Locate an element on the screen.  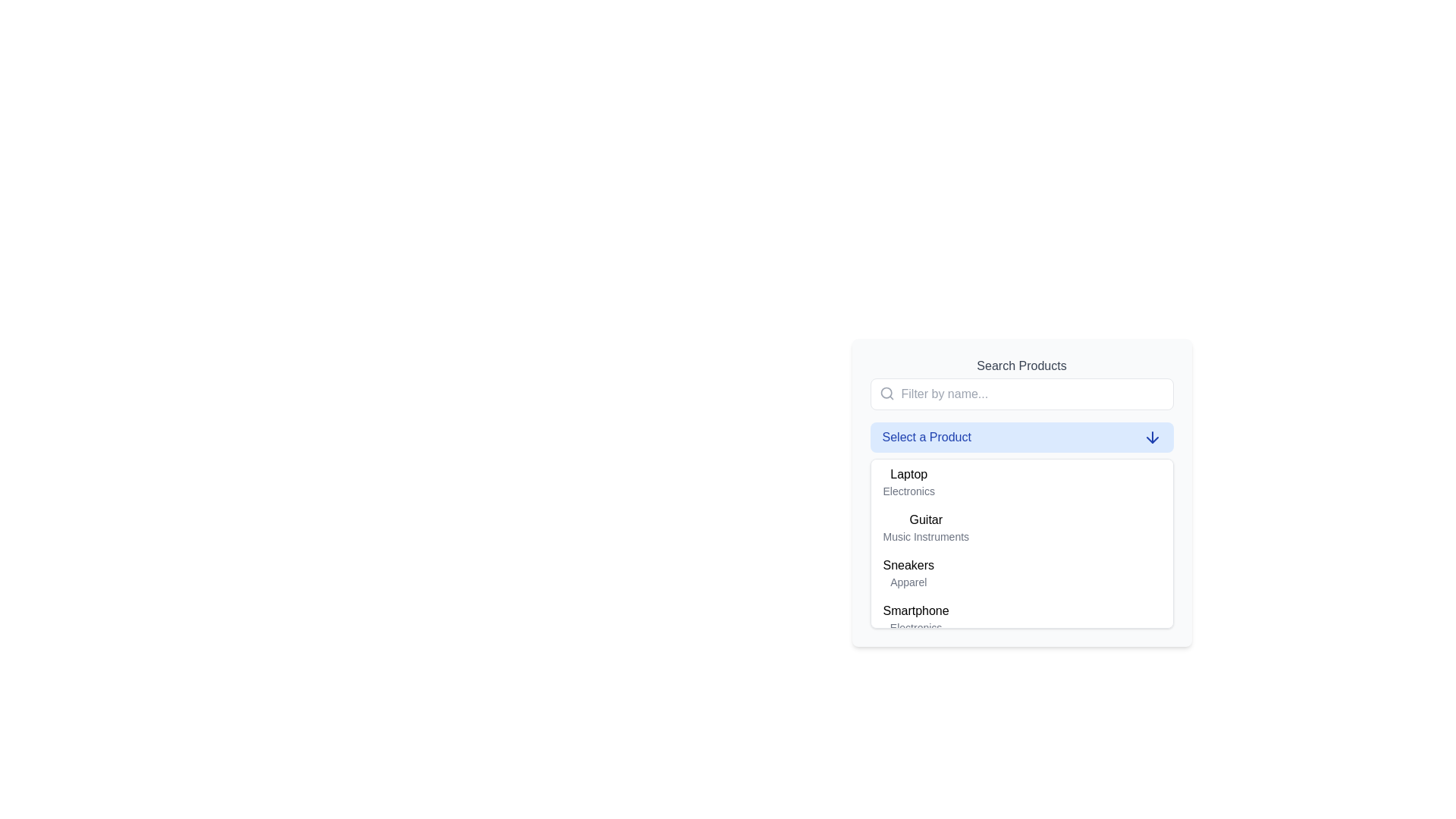
the static text label providing a descriptive categorization for the product 'Smartphone', located directly below the text 'Smartphone' in the dropdown list under the 'Select a Product' section is located at coordinates (915, 628).